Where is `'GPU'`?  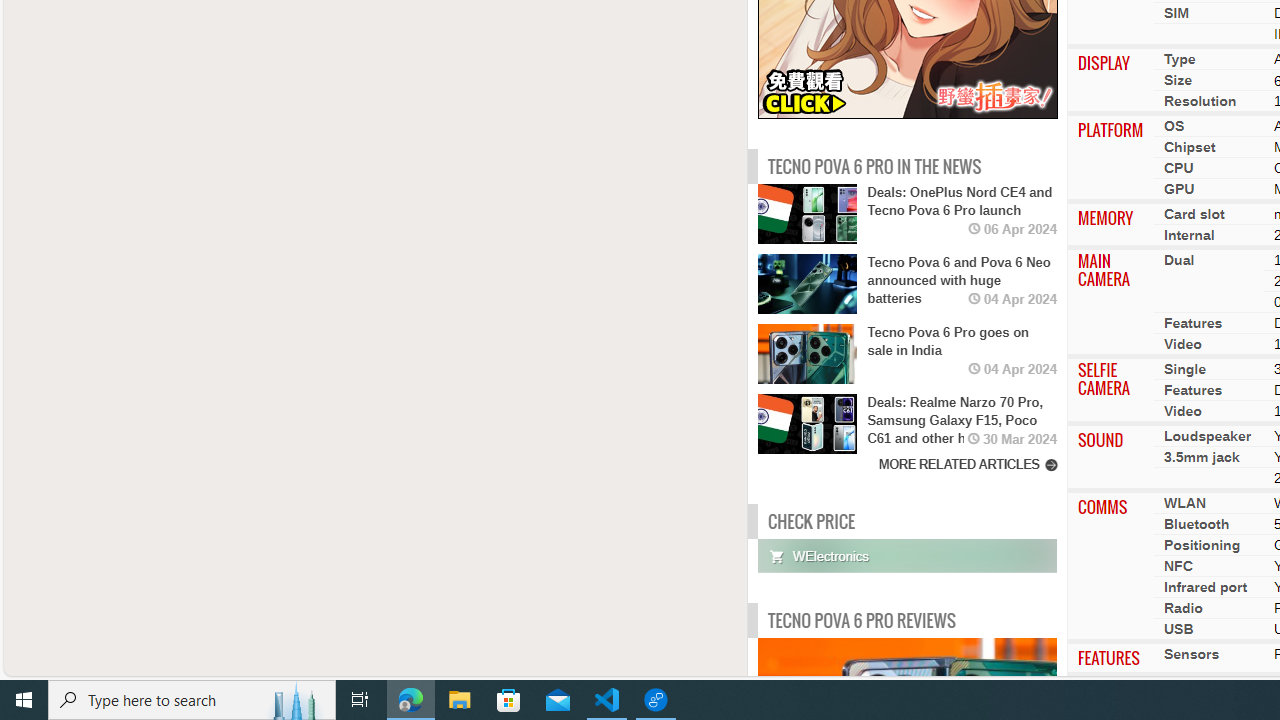 'GPU' is located at coordinates (1179, 189).